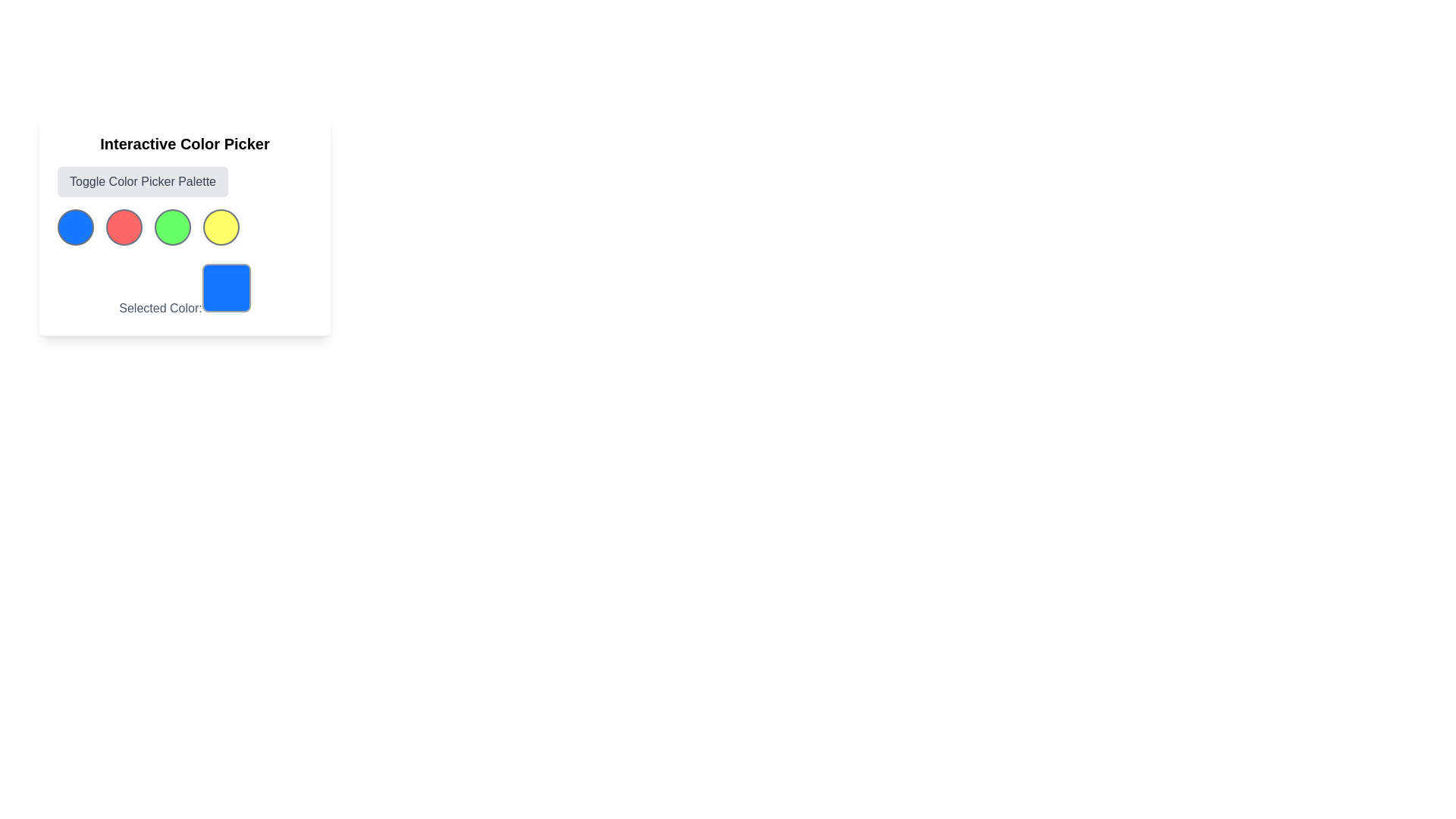 The height and width of the screenshot is (819, 1456). I want to click on the third circular button in the horizontal row of four buttons, which allows users to select the color green in the interactive color picker tool, so click(172, 227).